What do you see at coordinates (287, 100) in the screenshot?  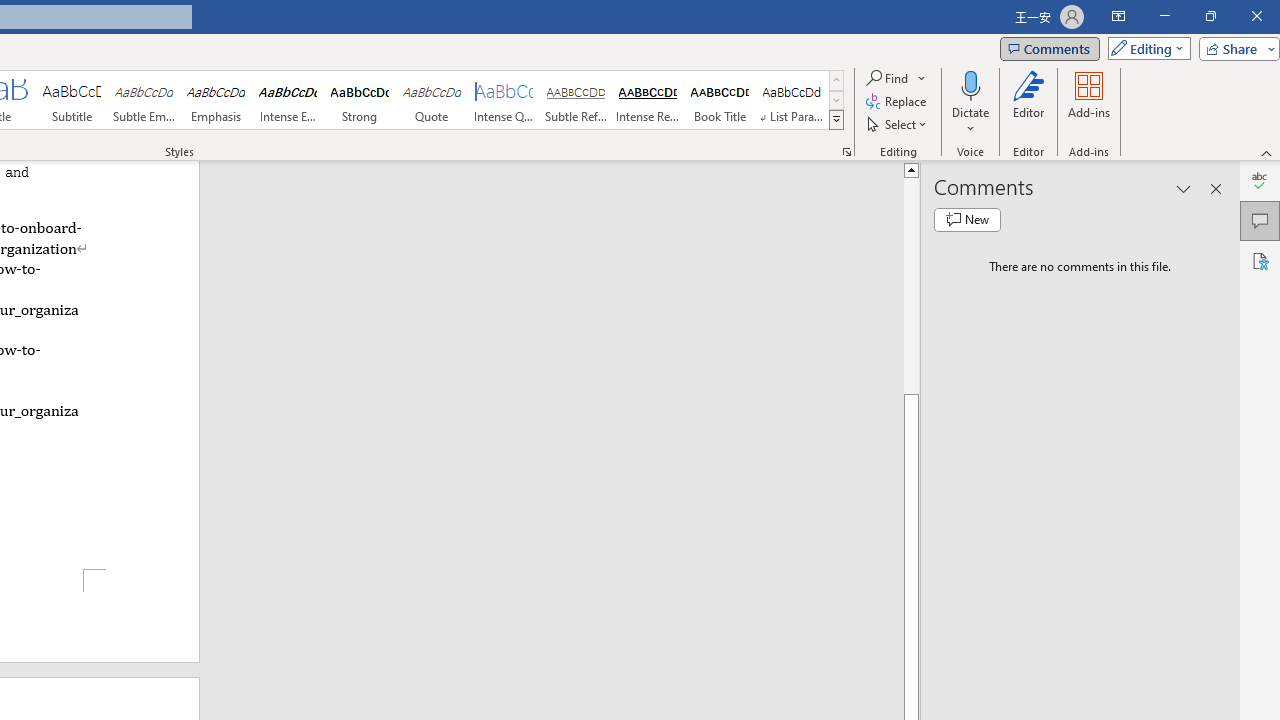 I see `'Intense Emphasis'` at bounding box center [287, 100].